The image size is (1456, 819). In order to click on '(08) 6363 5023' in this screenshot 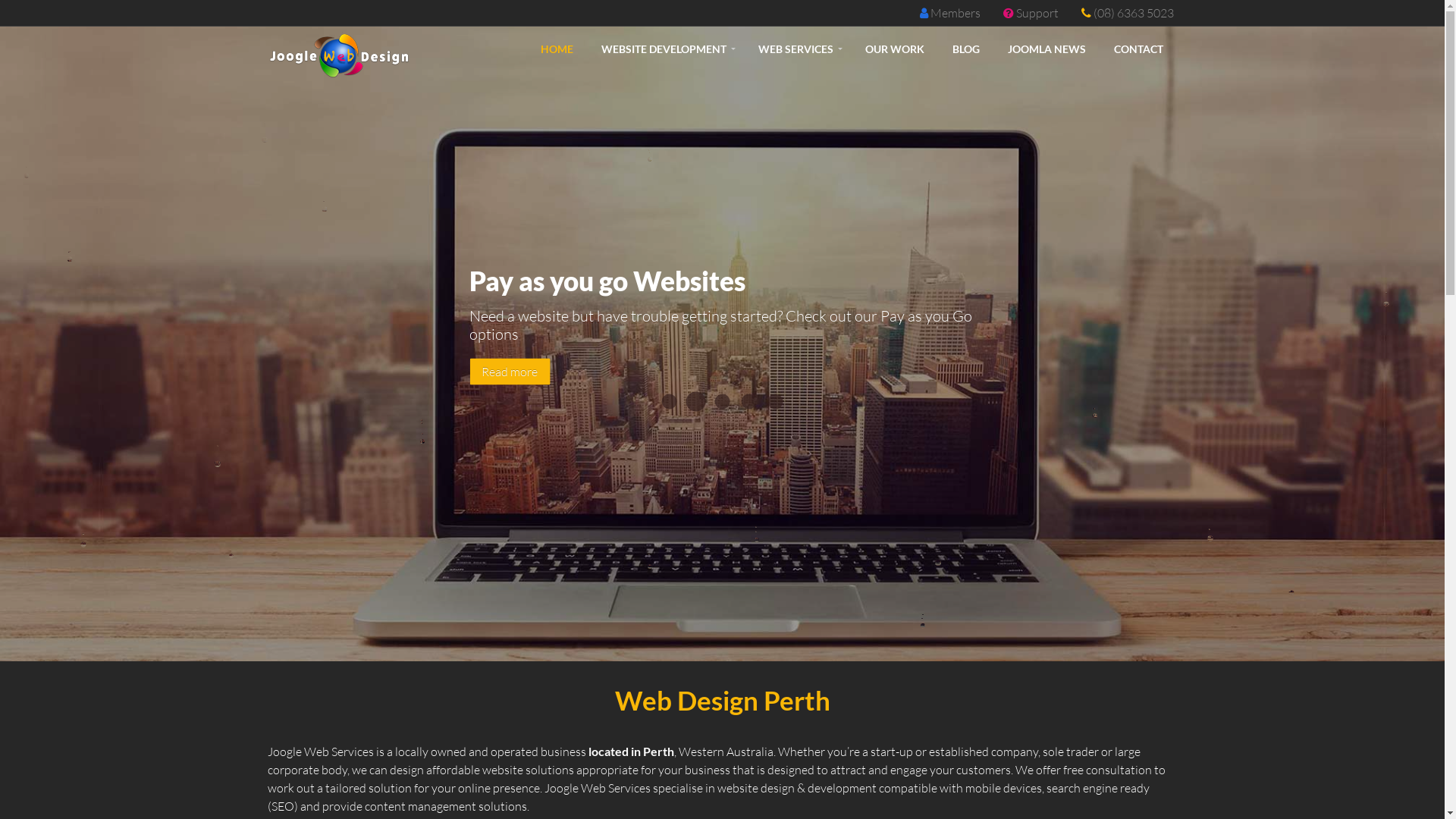, I will do `click(1133, 12)`.